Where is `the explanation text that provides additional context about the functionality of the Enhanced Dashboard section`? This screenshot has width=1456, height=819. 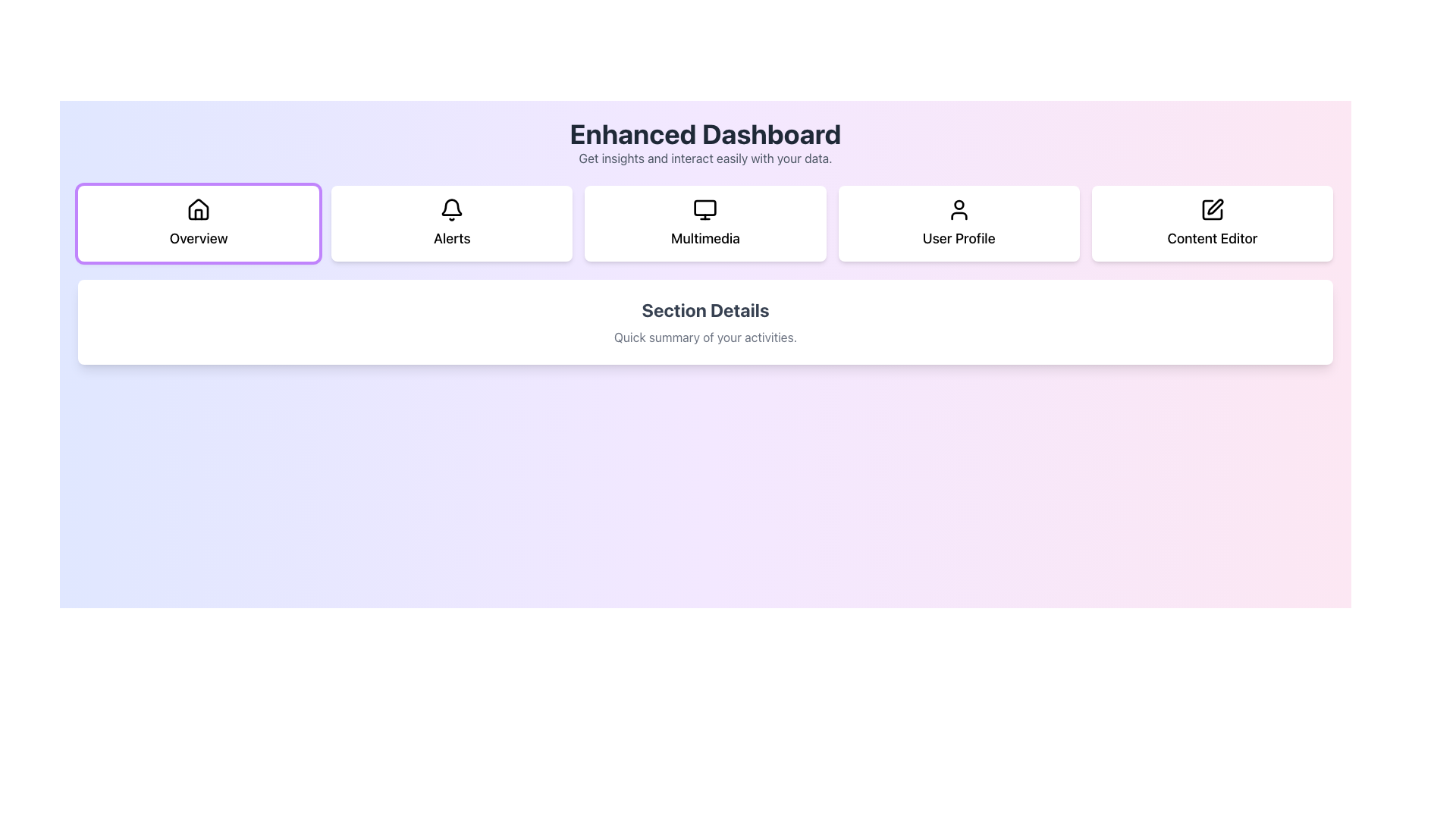
the explanation text that provides additional context about the functionality of the Enhanced Dashboard section is located at coordinates (704, 158).